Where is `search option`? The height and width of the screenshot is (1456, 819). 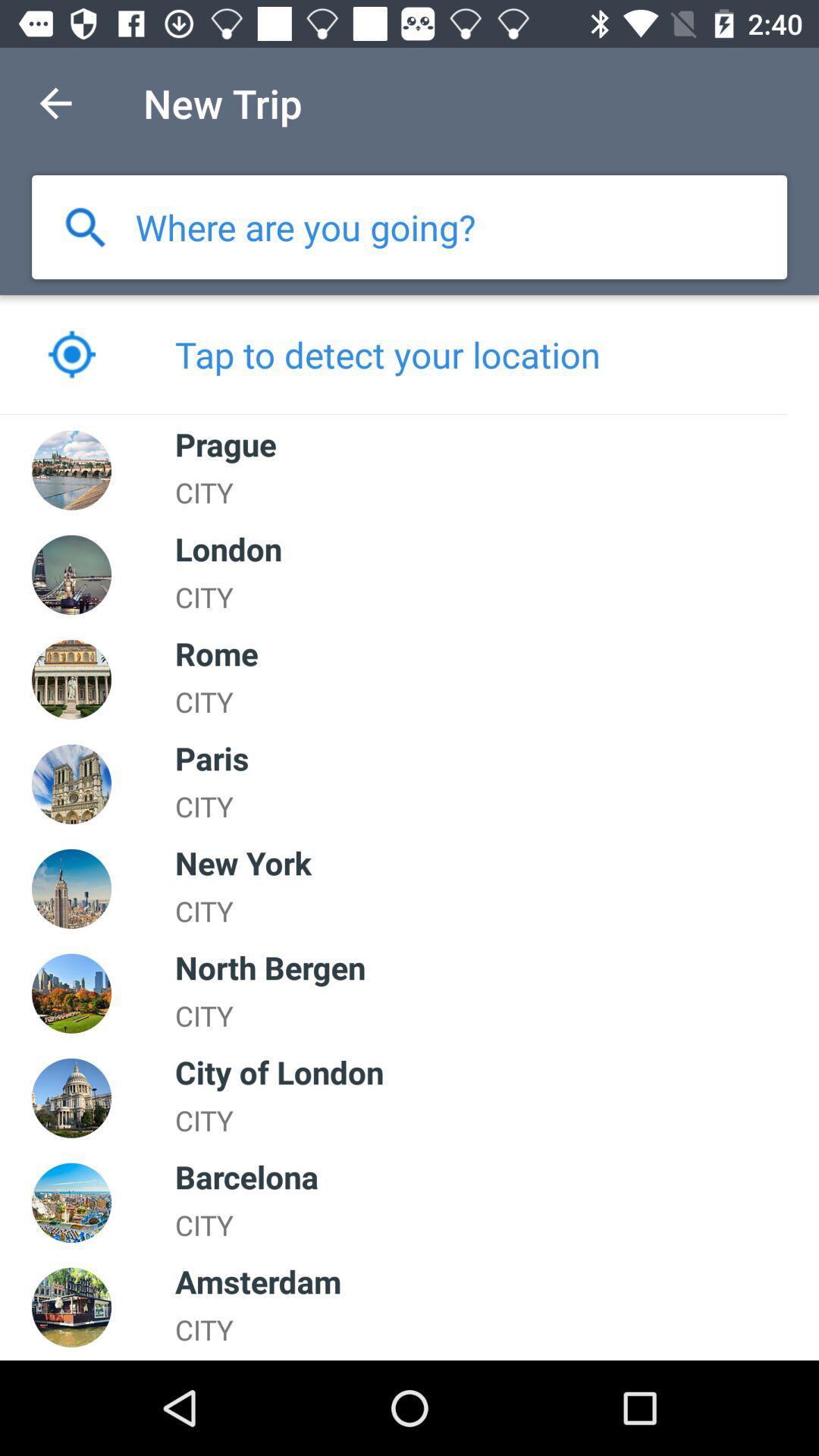 search option is located at coordinates (85, 226).